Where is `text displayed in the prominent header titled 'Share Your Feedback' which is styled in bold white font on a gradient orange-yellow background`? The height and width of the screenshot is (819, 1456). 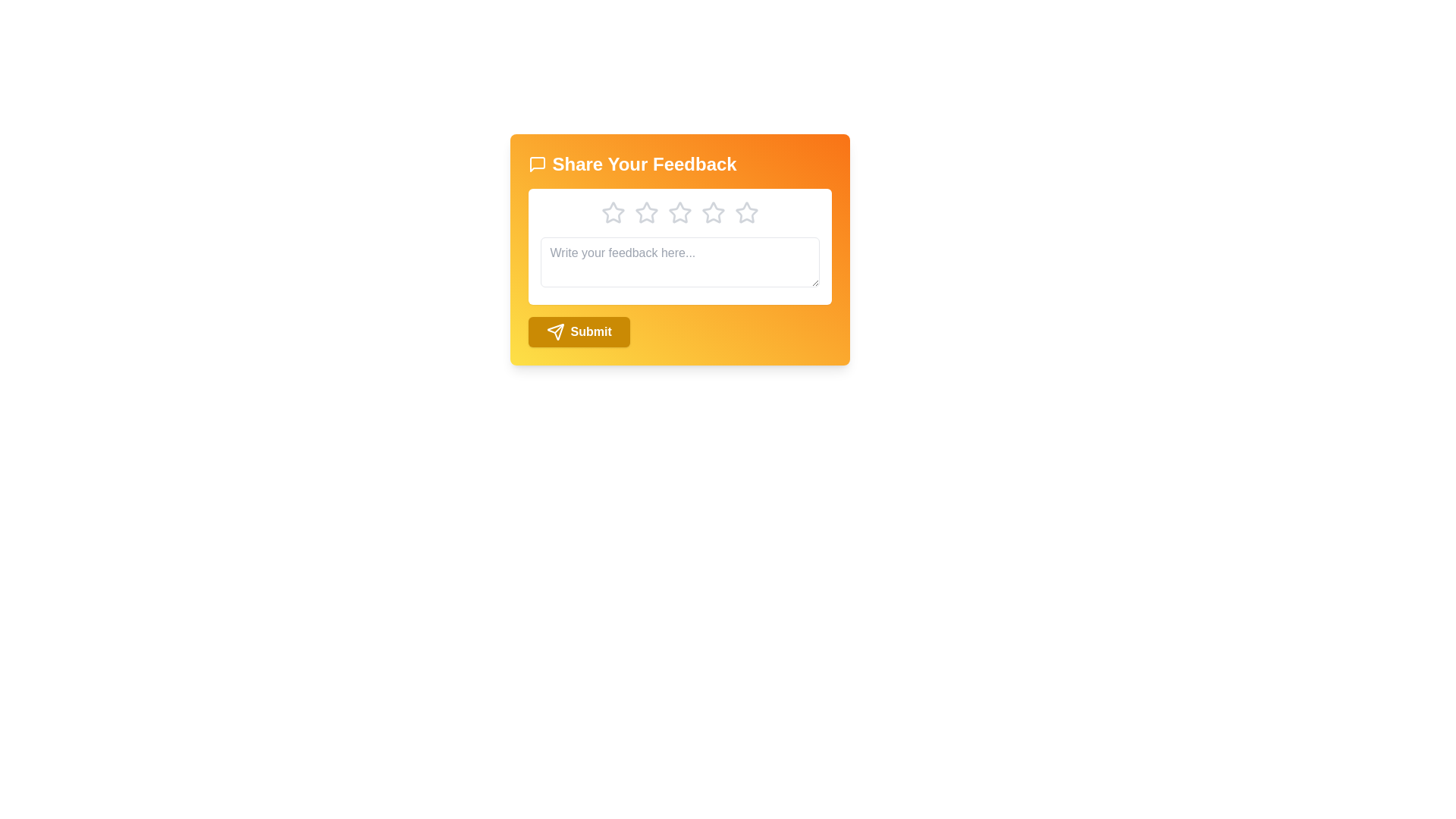 text displayed in the prominent header titled 'Share Your Feedback' which is styled in bold white font on a gradient orange-yellow background is located at coordinates (679, 164).